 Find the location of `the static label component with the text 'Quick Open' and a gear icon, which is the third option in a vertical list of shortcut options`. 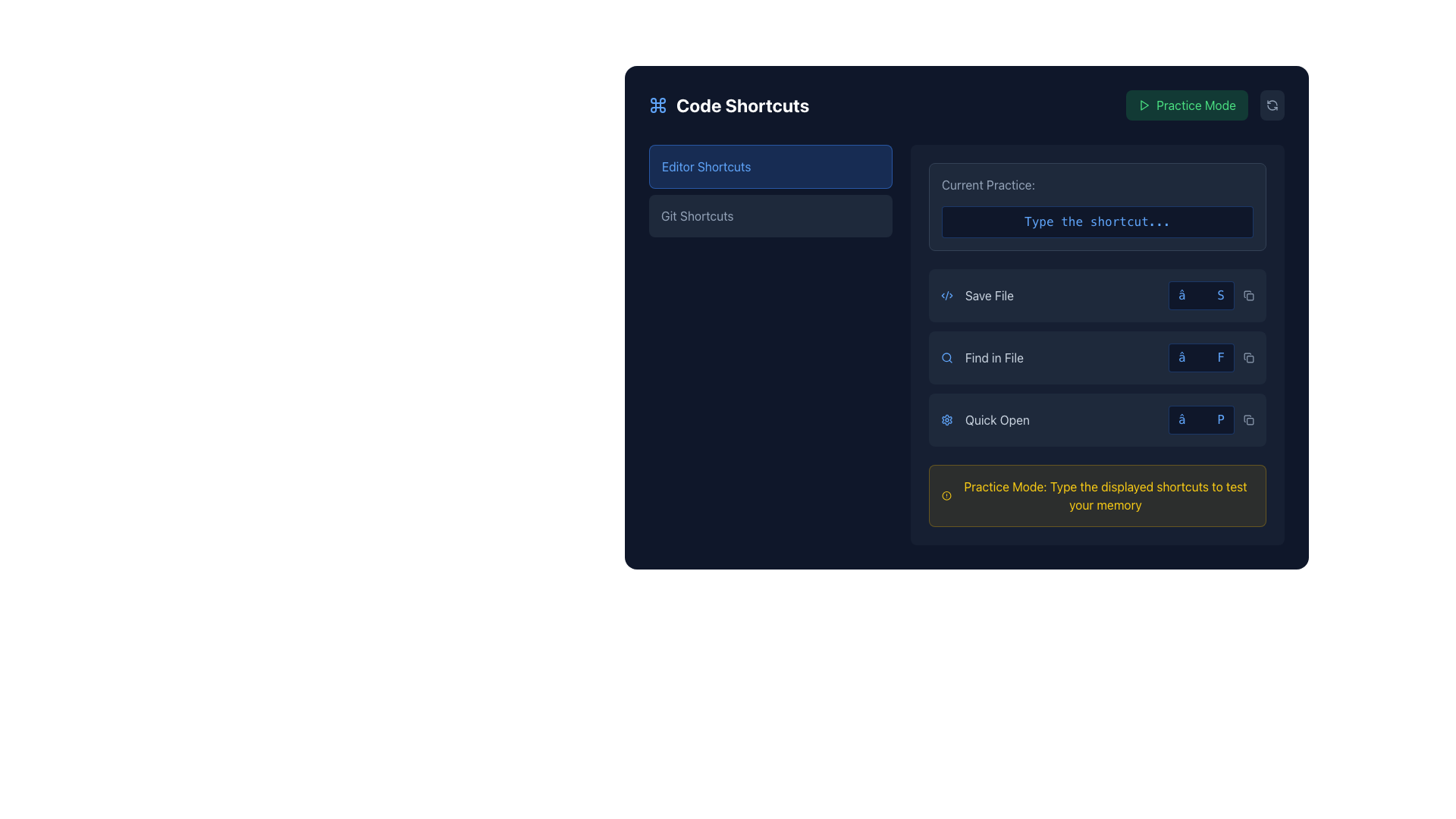

the static label component with the text 'Quick Open' and a gear icon, which is the third option in a vertical list of shortcut options is located at coordinates (985, 420).